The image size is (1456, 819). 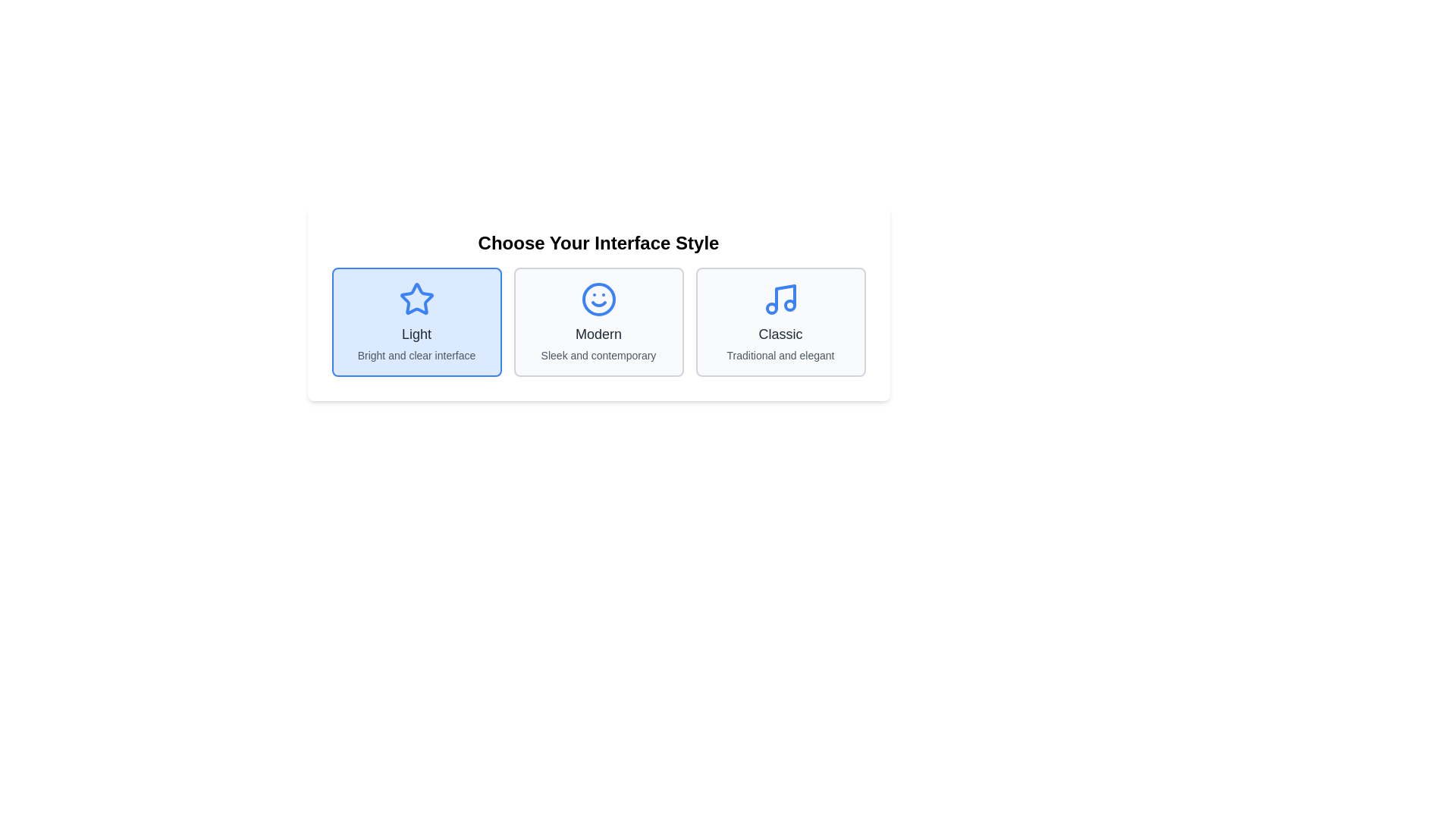 I want to click on the star icon representing the 'Light' interface style option, which is the leftmost selectable option in a horizontal layout, located above the text 'Light', so click(x=416, y=299).